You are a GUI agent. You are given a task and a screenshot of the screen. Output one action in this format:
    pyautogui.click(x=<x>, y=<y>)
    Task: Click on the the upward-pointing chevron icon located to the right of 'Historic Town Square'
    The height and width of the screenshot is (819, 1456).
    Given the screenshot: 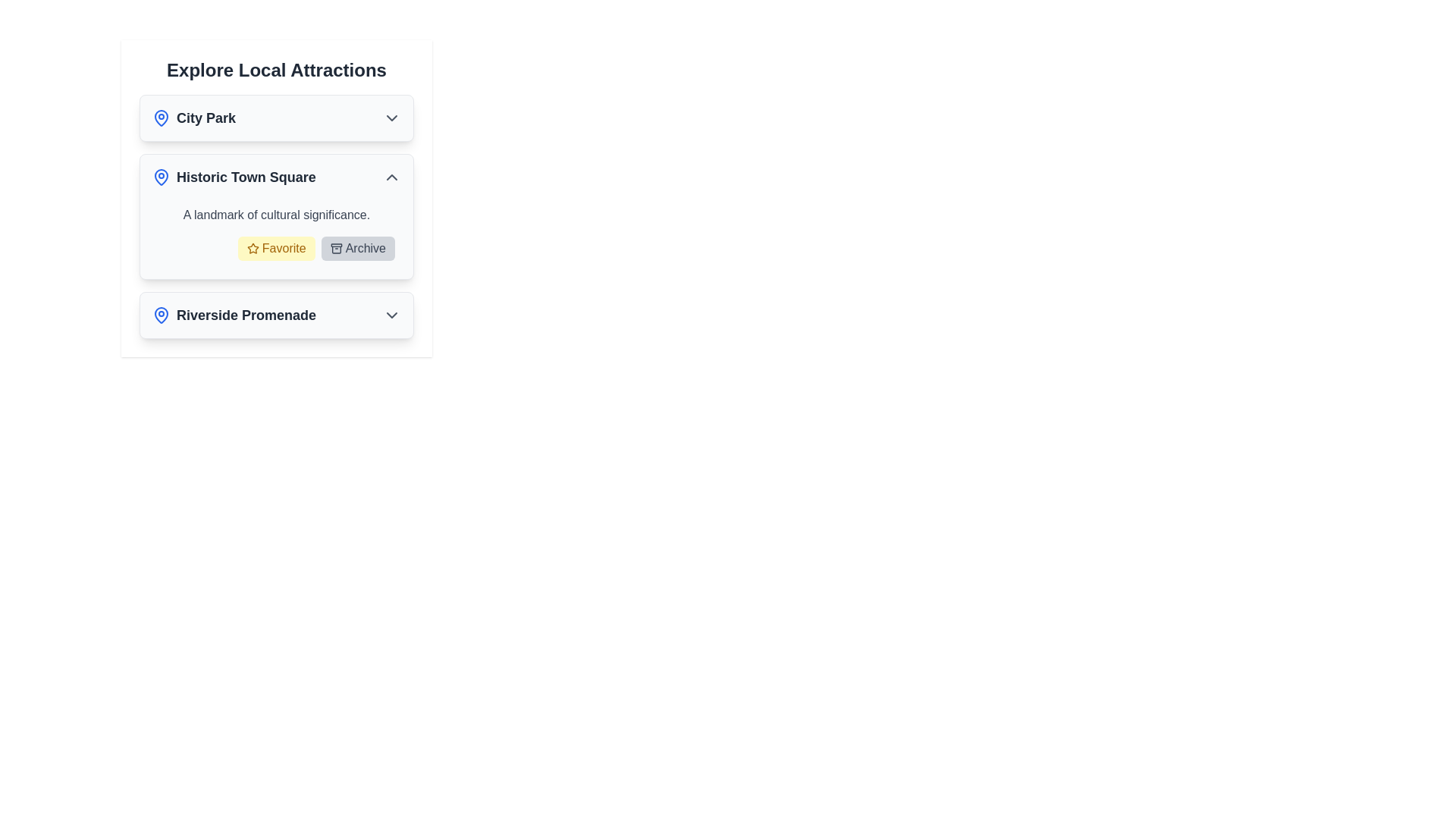 What is the action you would take?
    pyautogui.click(x=392, y=177)
    